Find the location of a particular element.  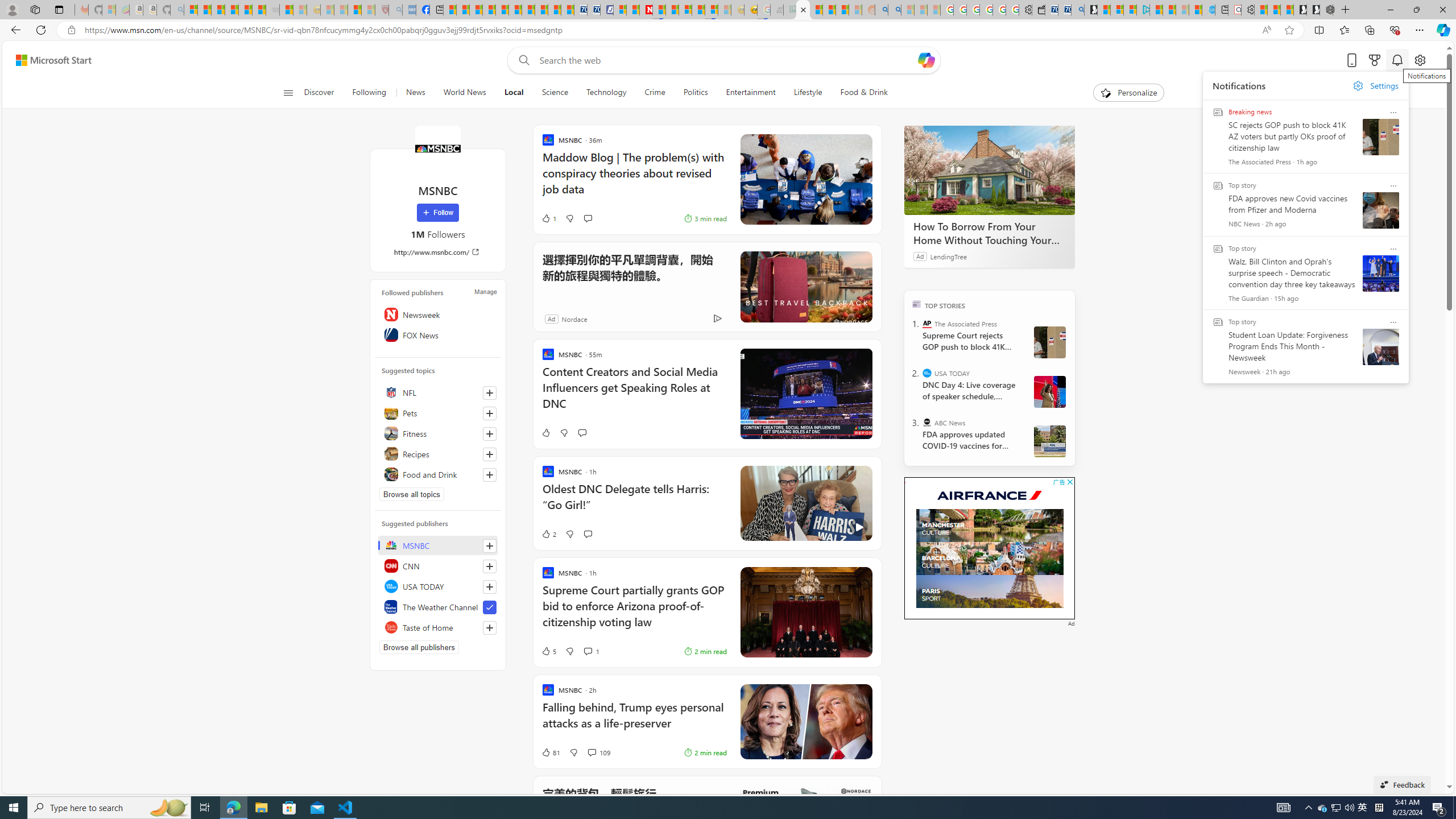

'AutomationID: cbb' is located at coordinates (1069, 481).